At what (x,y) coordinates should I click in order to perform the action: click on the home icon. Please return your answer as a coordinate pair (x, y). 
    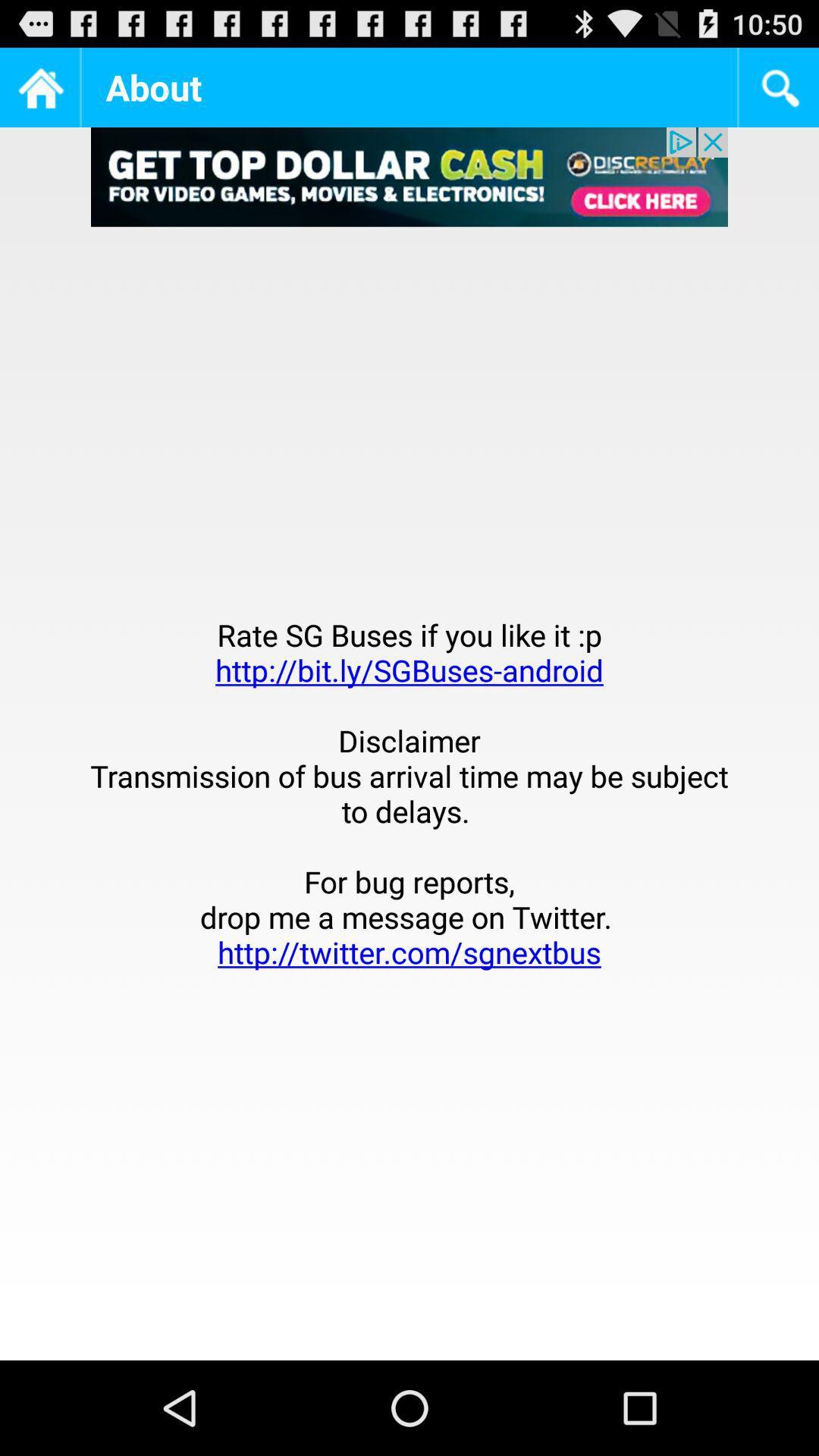
    Looking at the image, I should click on (39, 93).